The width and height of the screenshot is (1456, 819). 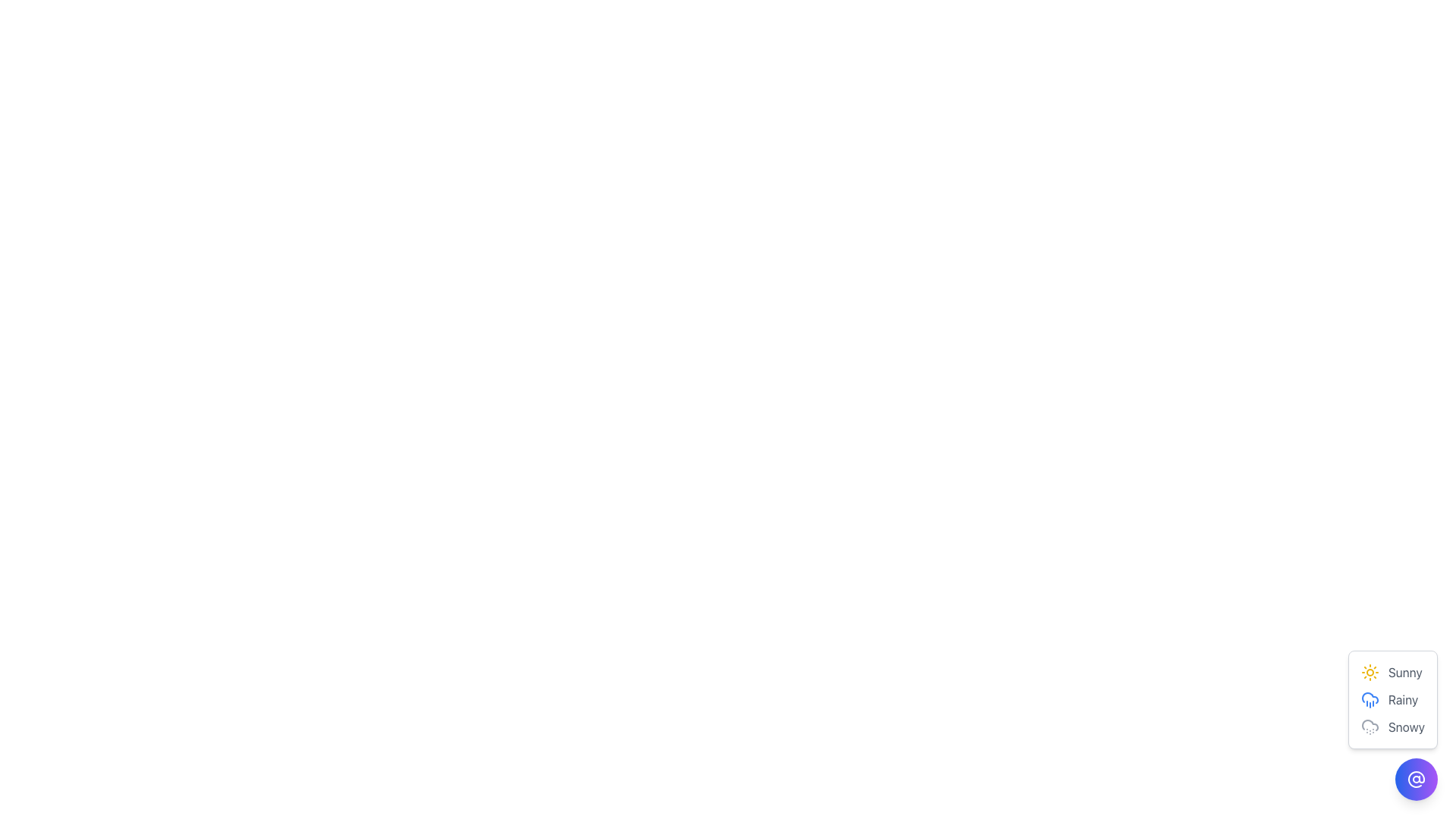 I want to click on the sun icon, which is a bright yellow symbol with radiating lines, located at the bottom right corner of the weather indicators list, next to the label 'Sunny', so click(x=1370, y=672).